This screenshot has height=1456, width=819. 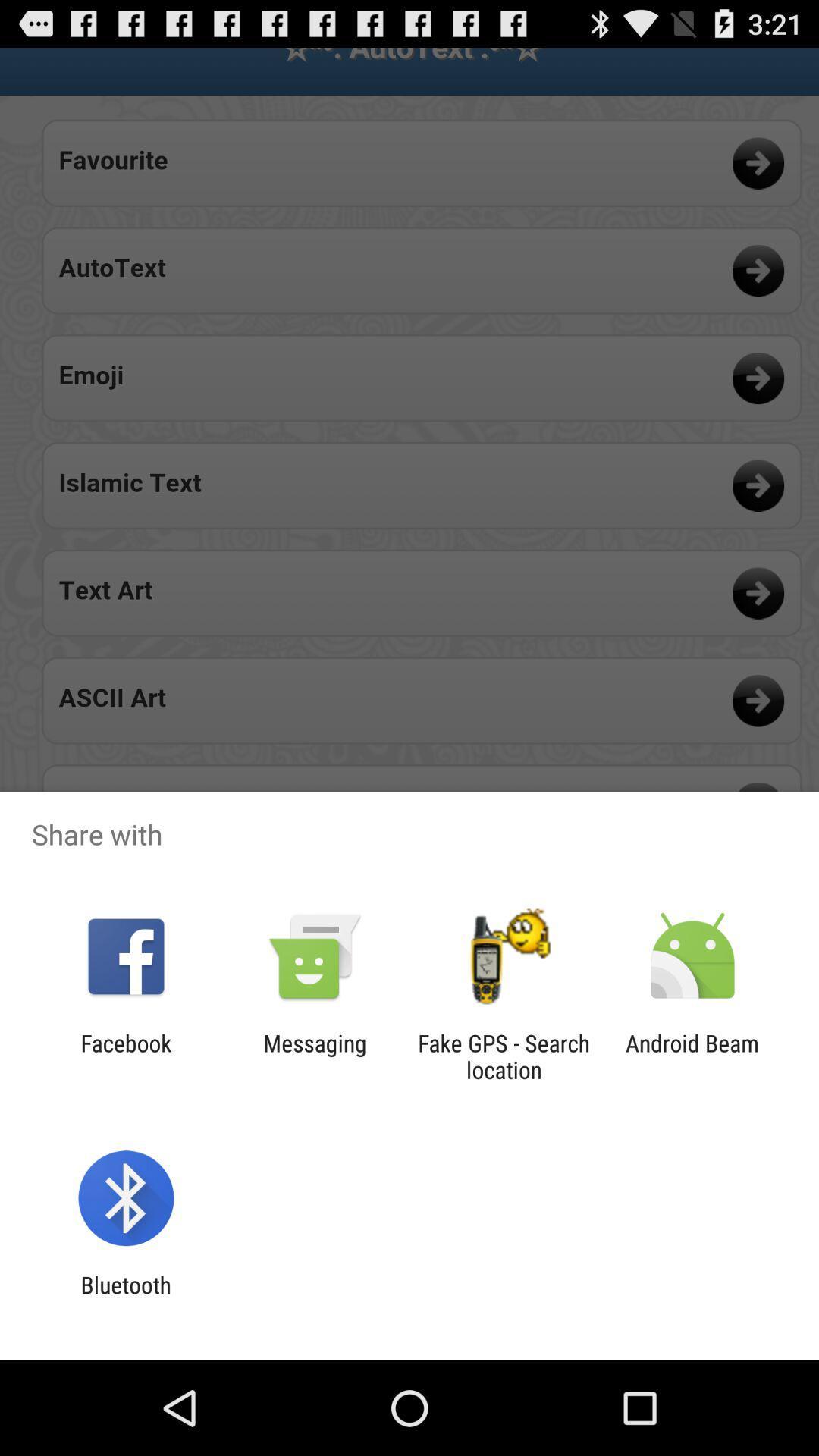 What do you see at coordinates (692, 1056) in the screenshot?
I see `android beam item` at bounding box center [692, 1056].